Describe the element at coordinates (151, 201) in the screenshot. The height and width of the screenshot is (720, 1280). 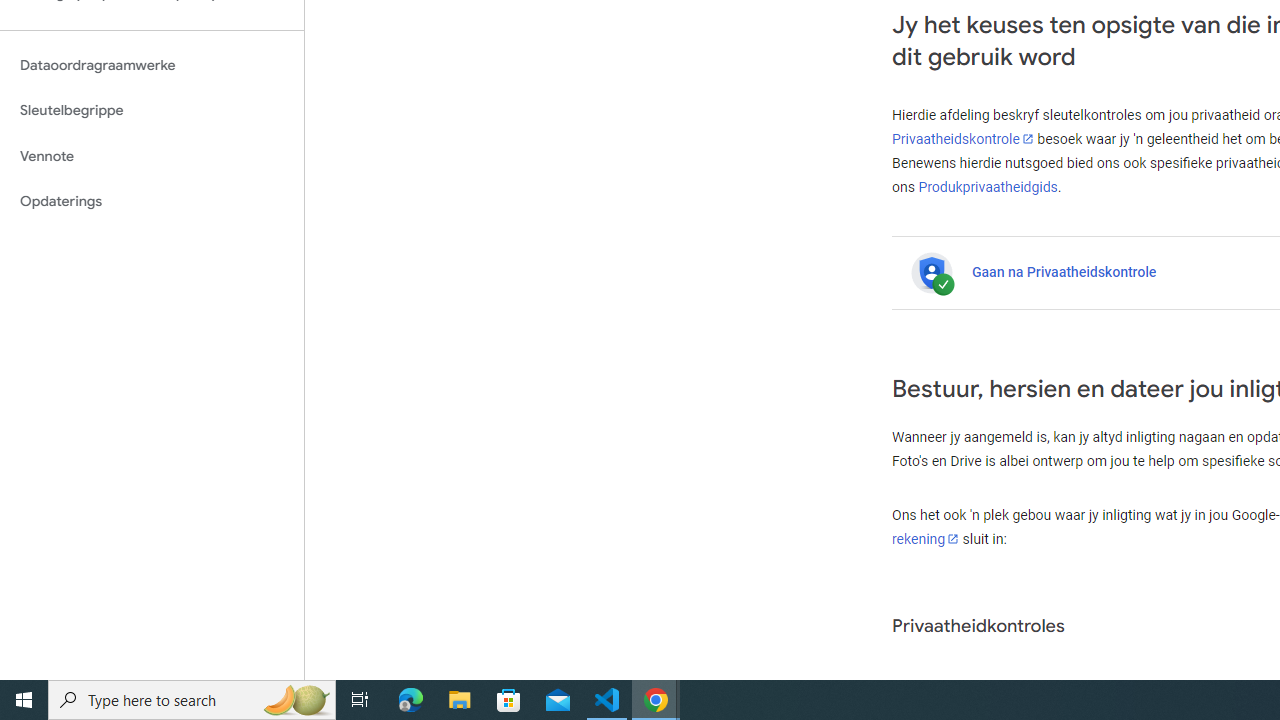
I see `'Opdaterings'` at that location.